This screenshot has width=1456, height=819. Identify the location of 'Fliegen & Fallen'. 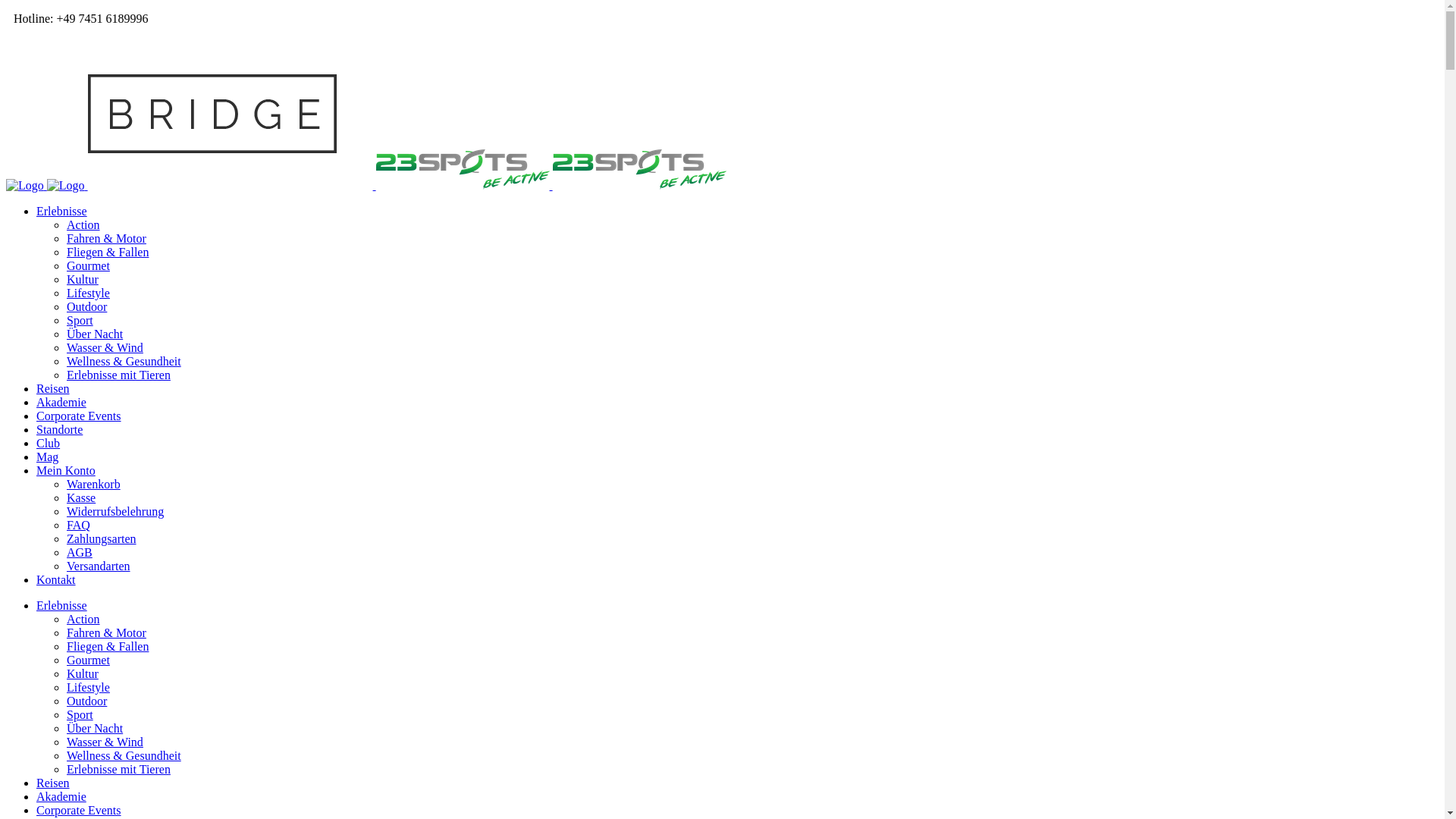
(107, 646).